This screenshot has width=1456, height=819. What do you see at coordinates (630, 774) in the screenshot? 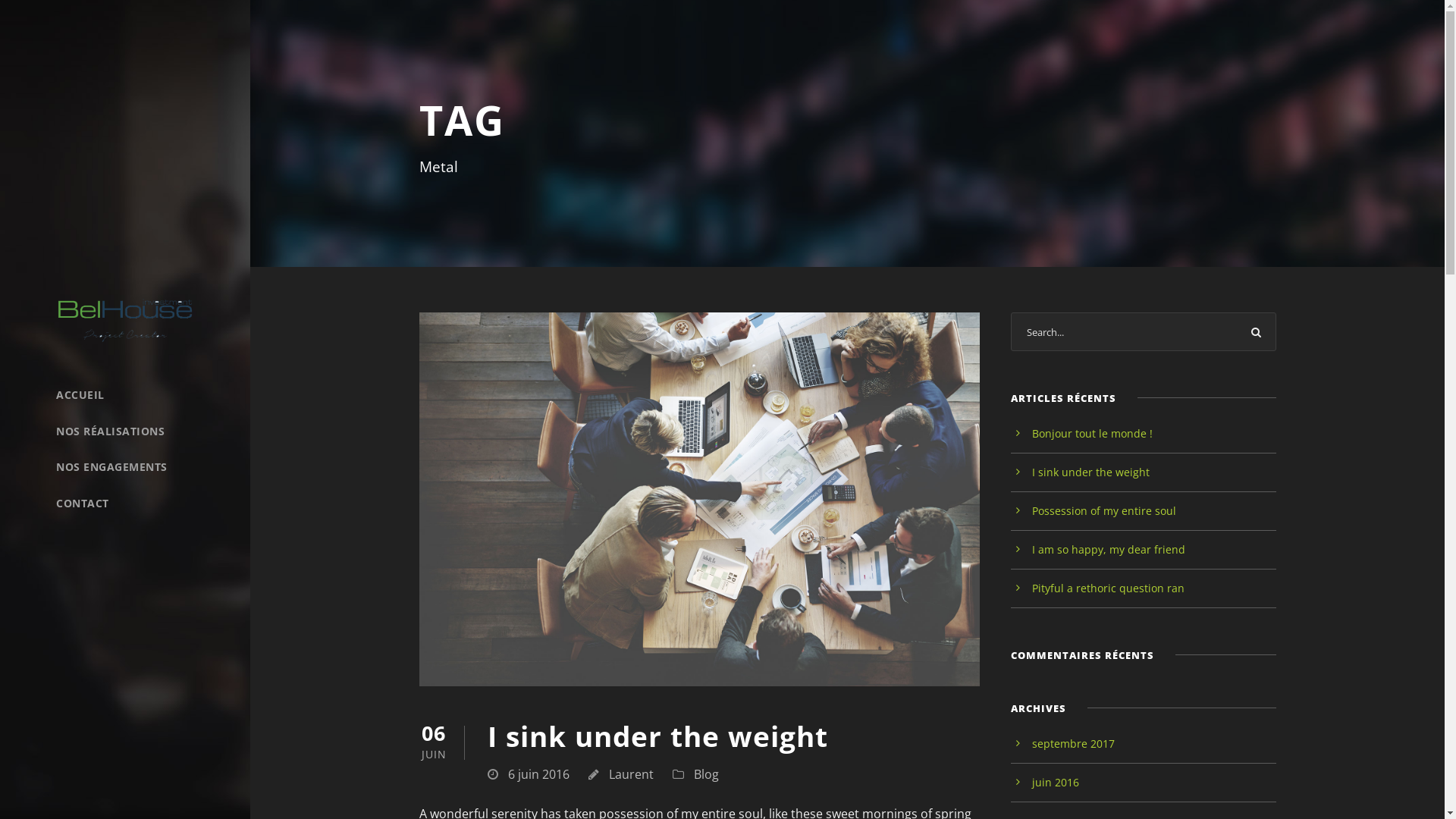
I see `'Laurent'` at bounding box center [630, 774].